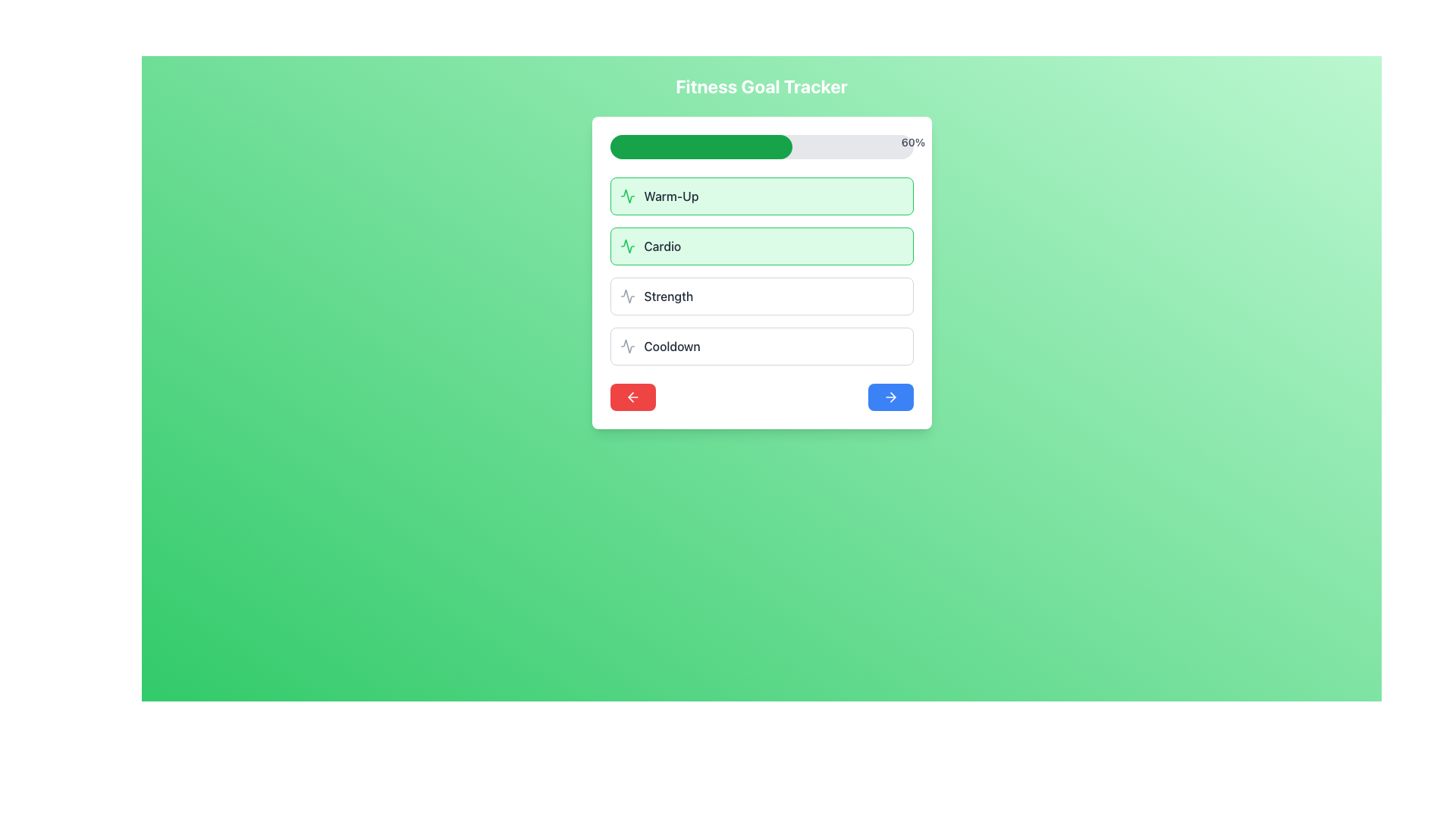 The width and height of the screenshot is (1456, 819). Describe the element at coordinates (667, 296) in the screenshot. I see `the Text Label located in the third option of a vertical list, which is positioned beneath the 'Cardio' option and above 'Cooldown'` at that location.